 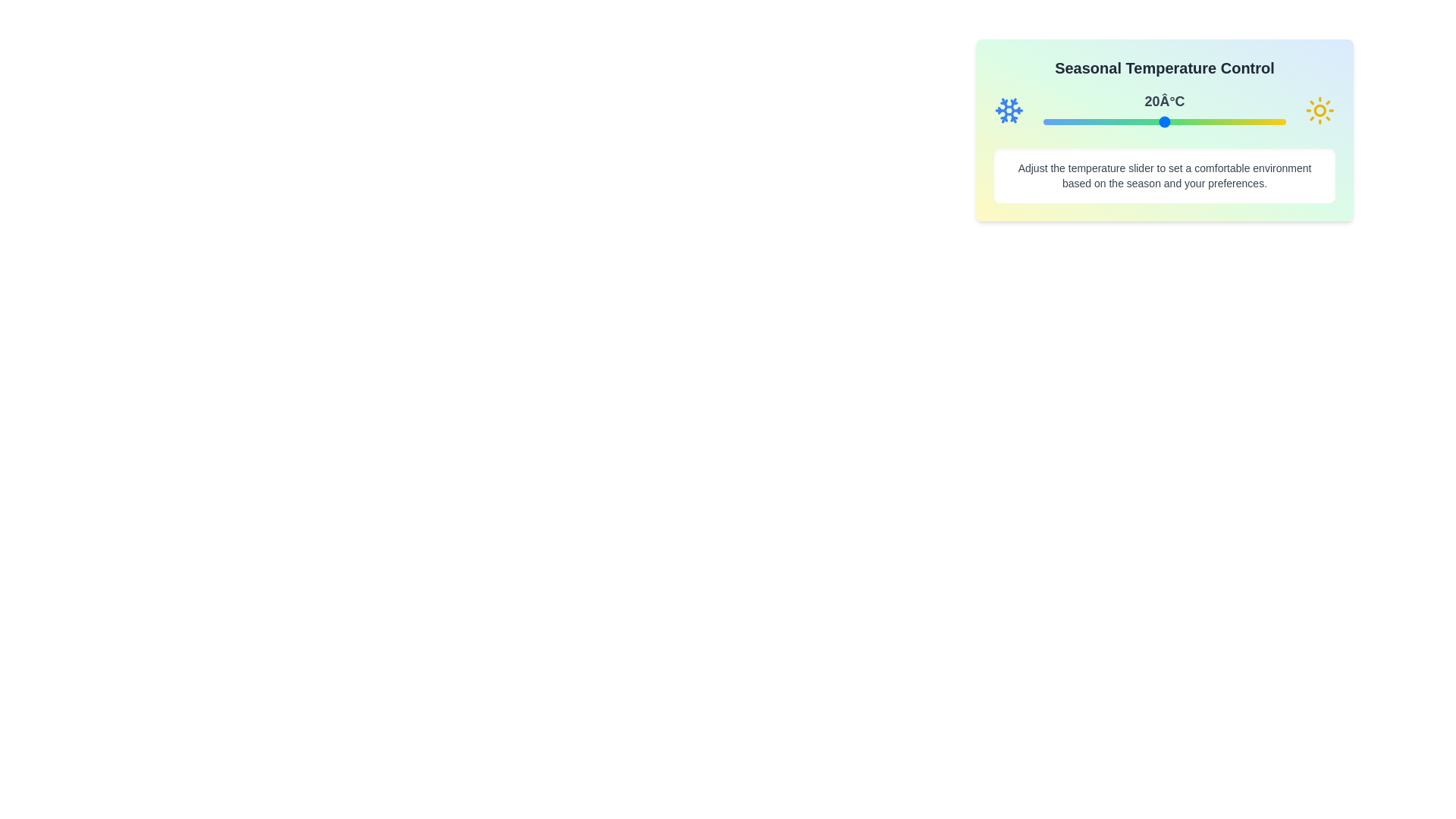 What do you see at coordinates (1132, 121) in the screenshot?
I see `the temperature slider to set the temperature to 12°C` at bounding box center [1132, 121].